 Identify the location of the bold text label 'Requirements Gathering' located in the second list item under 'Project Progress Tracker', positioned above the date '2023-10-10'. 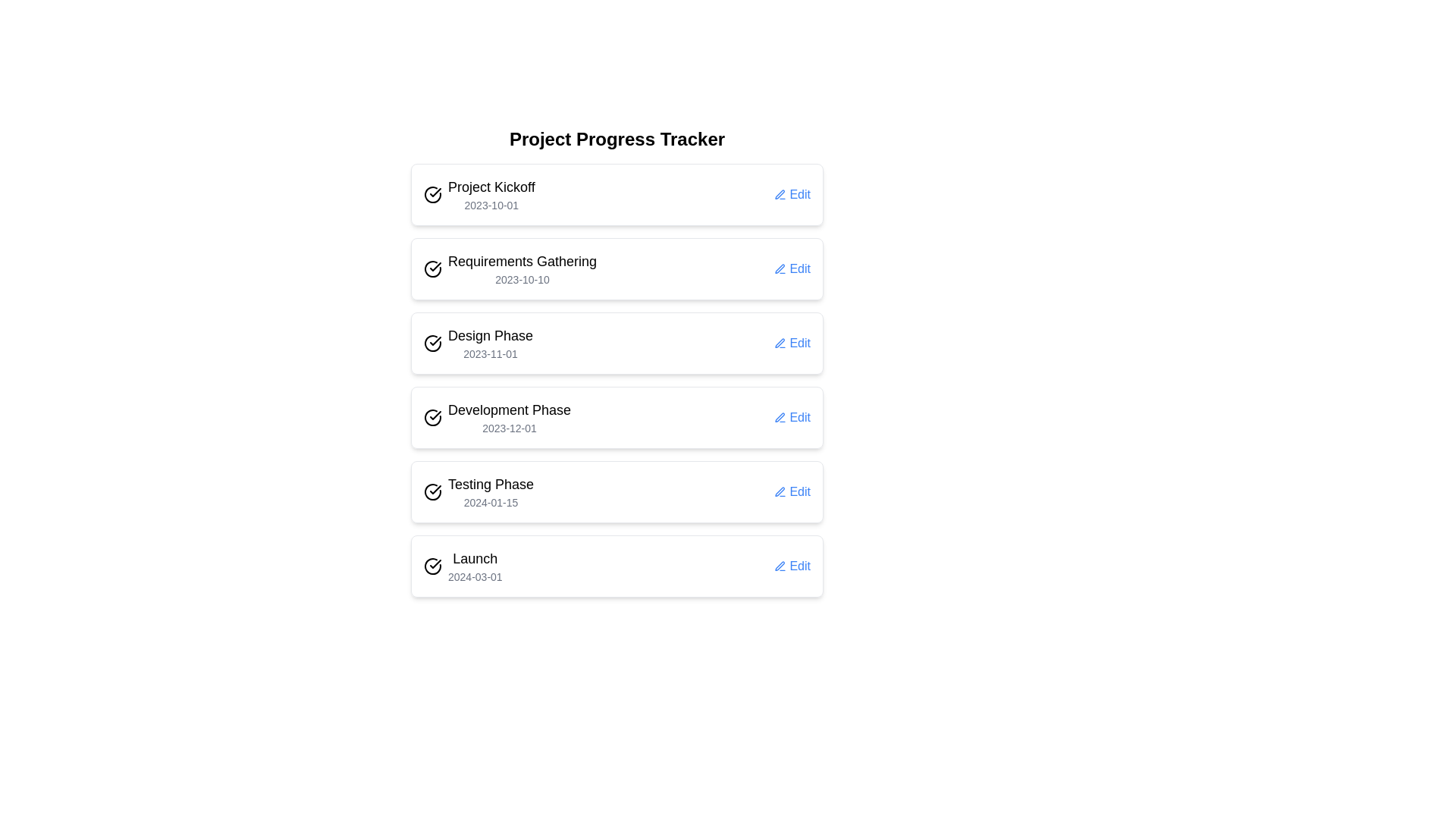
(522, 260).